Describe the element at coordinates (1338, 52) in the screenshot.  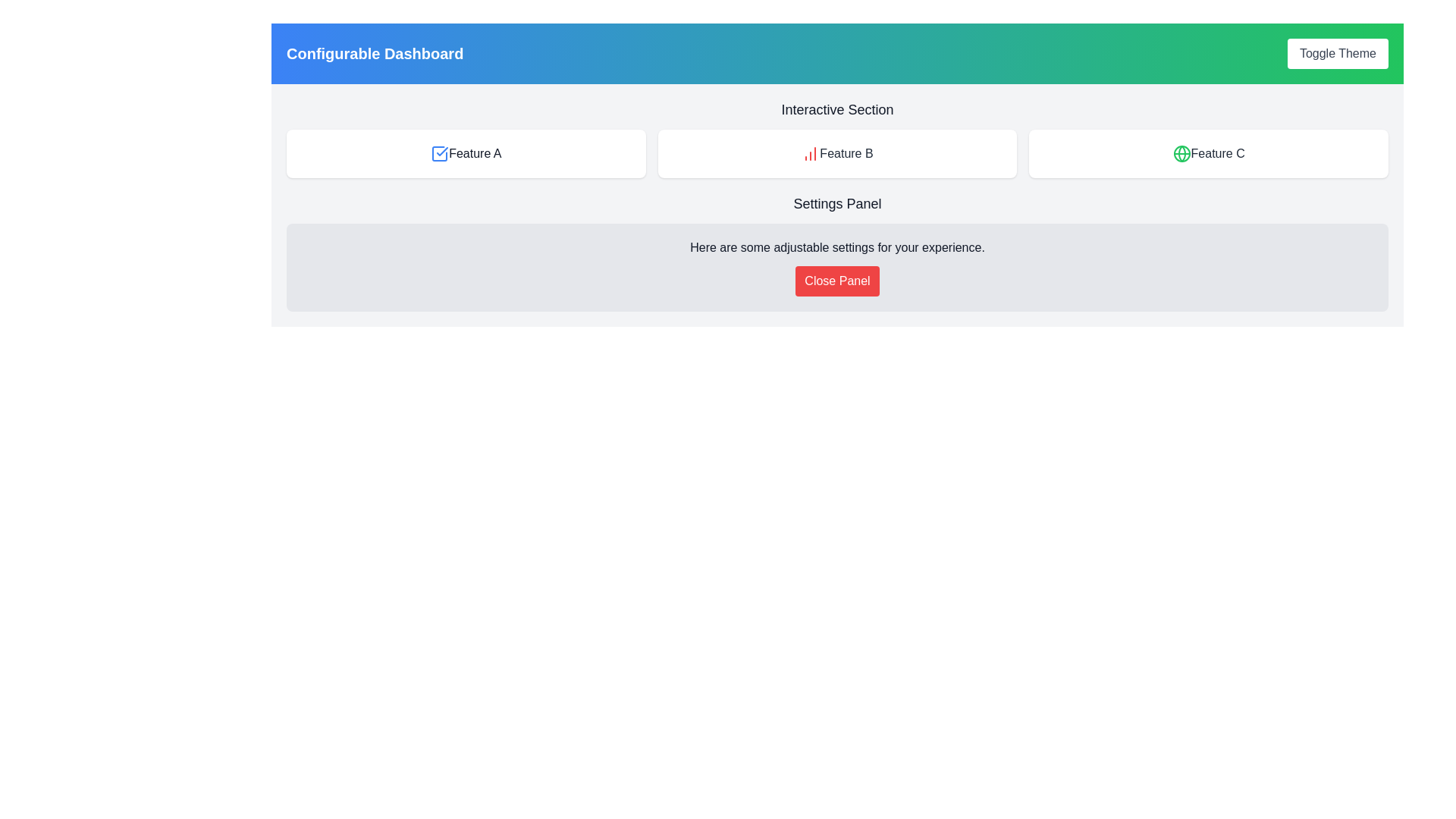
I see `the theme toggle button located at the top right corner of the header section, adjacent to the 'Configurable Dashboard' label, to observe the background color change` at that location.